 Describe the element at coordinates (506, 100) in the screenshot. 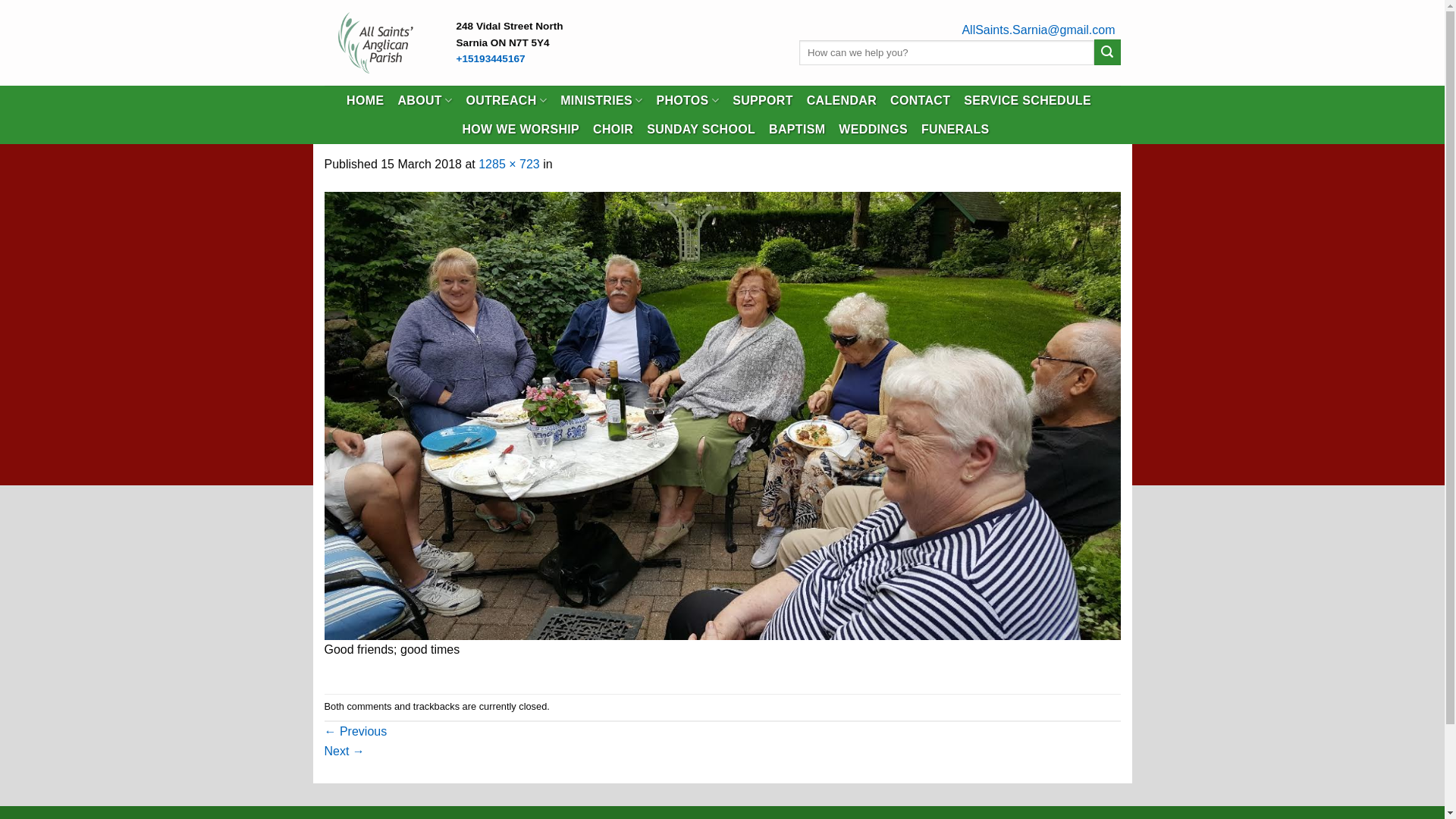

I see `'OUTREACH'` at that location.